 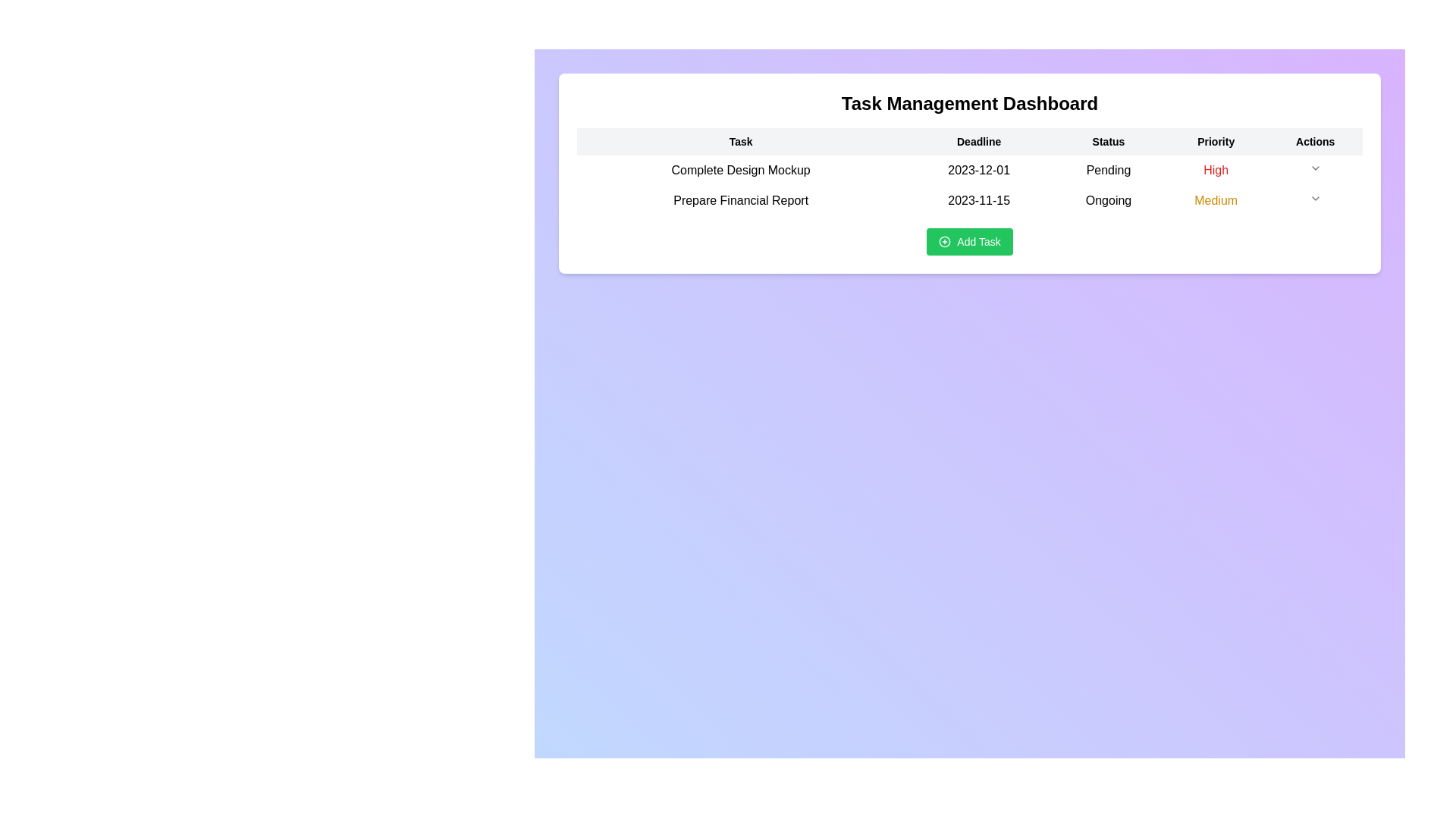 I want to click on the text label displaying the date '2023-12-01' in the 'Deadline' column of the task management table, which corresponds to the 'Complete Design Mockup' task, so click(x=979, y=170).